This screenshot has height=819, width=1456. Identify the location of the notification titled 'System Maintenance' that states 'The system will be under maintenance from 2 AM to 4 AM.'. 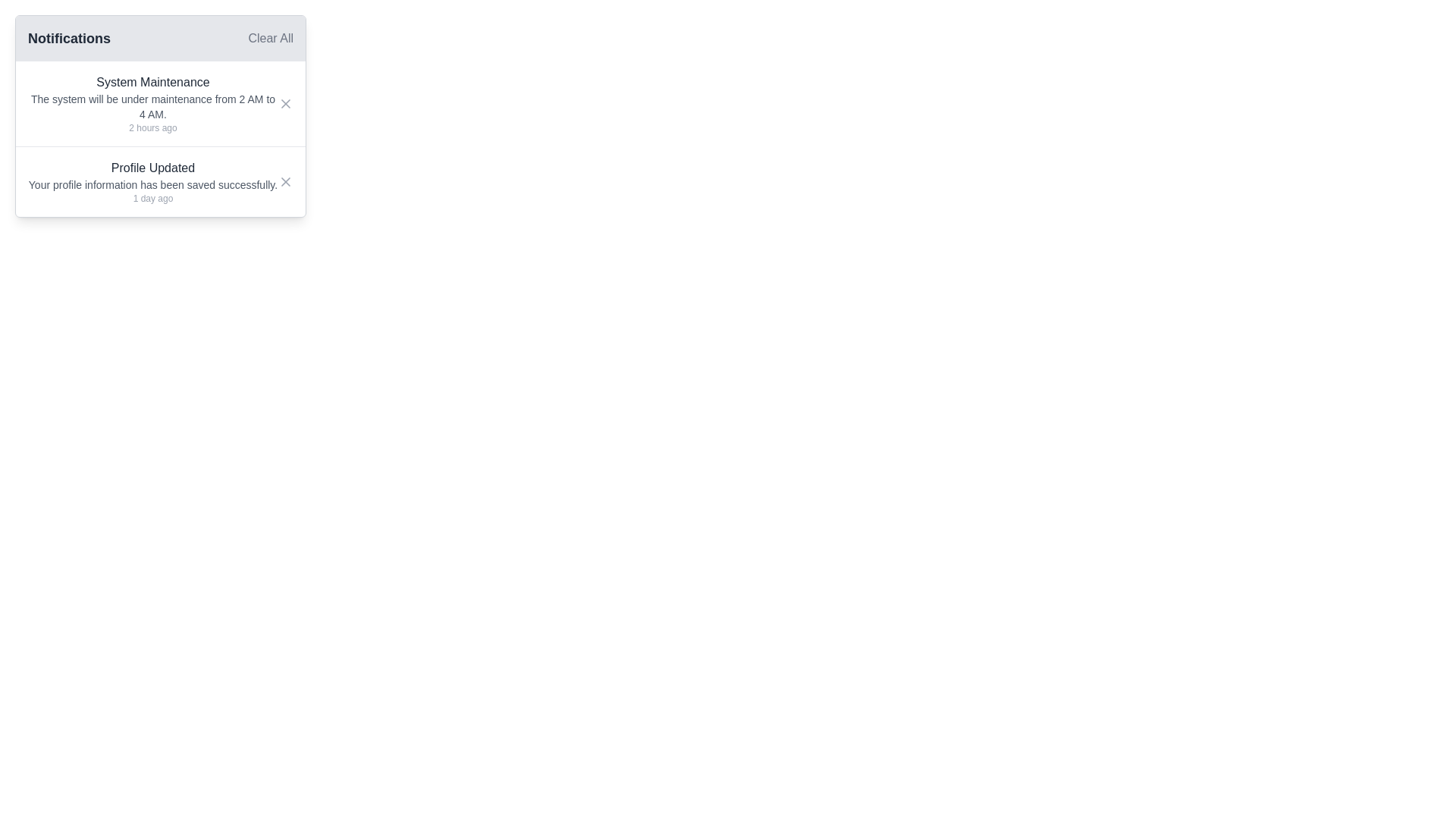
(160, 103).